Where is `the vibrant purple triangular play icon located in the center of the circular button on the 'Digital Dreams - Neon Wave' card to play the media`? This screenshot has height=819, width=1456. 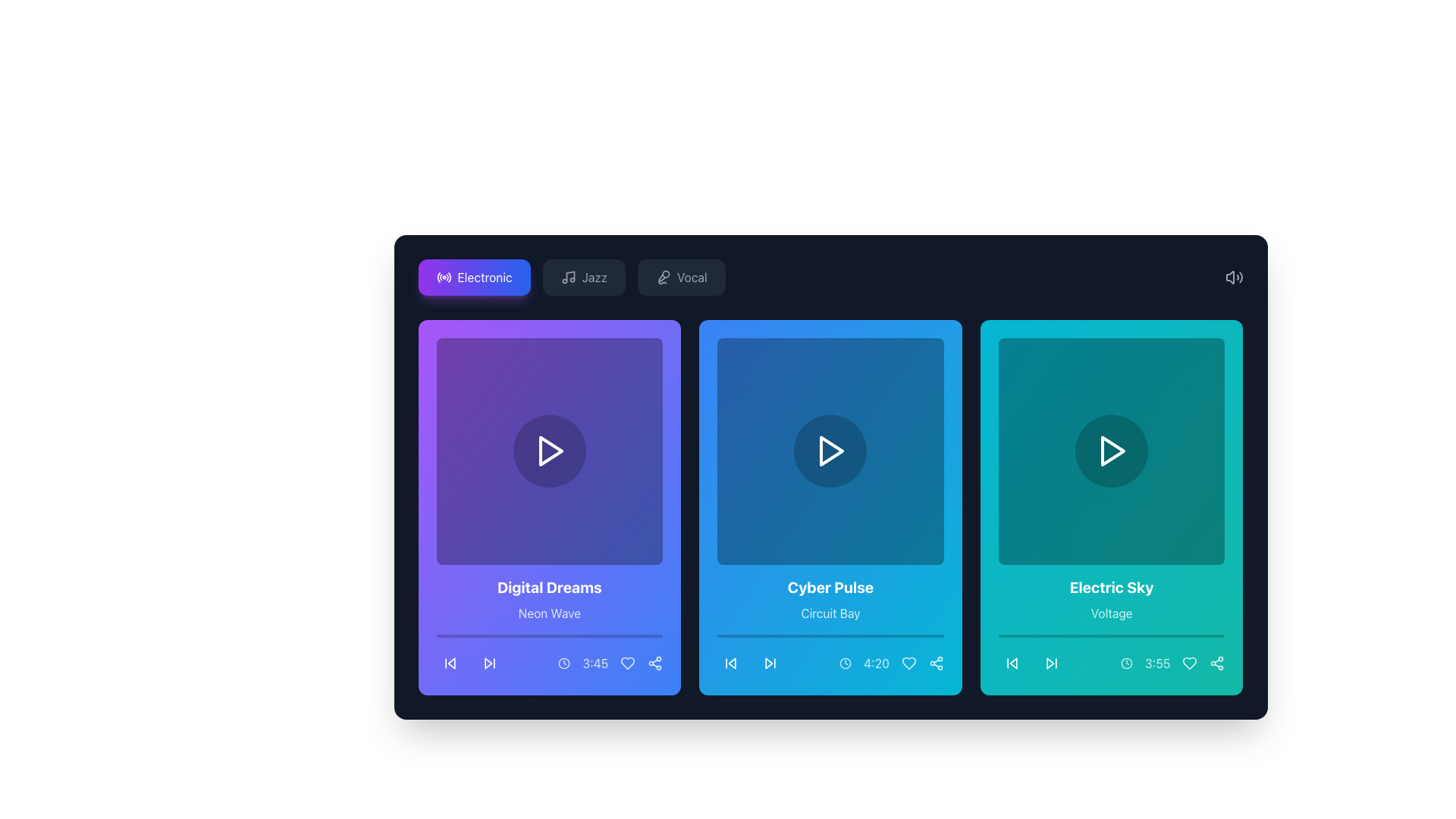
the vibrant purple triangular play icon located in the center of the circular button on the 'Digital Dreams - Neon Wave' card to play the media is located at coordinates (550, 450).